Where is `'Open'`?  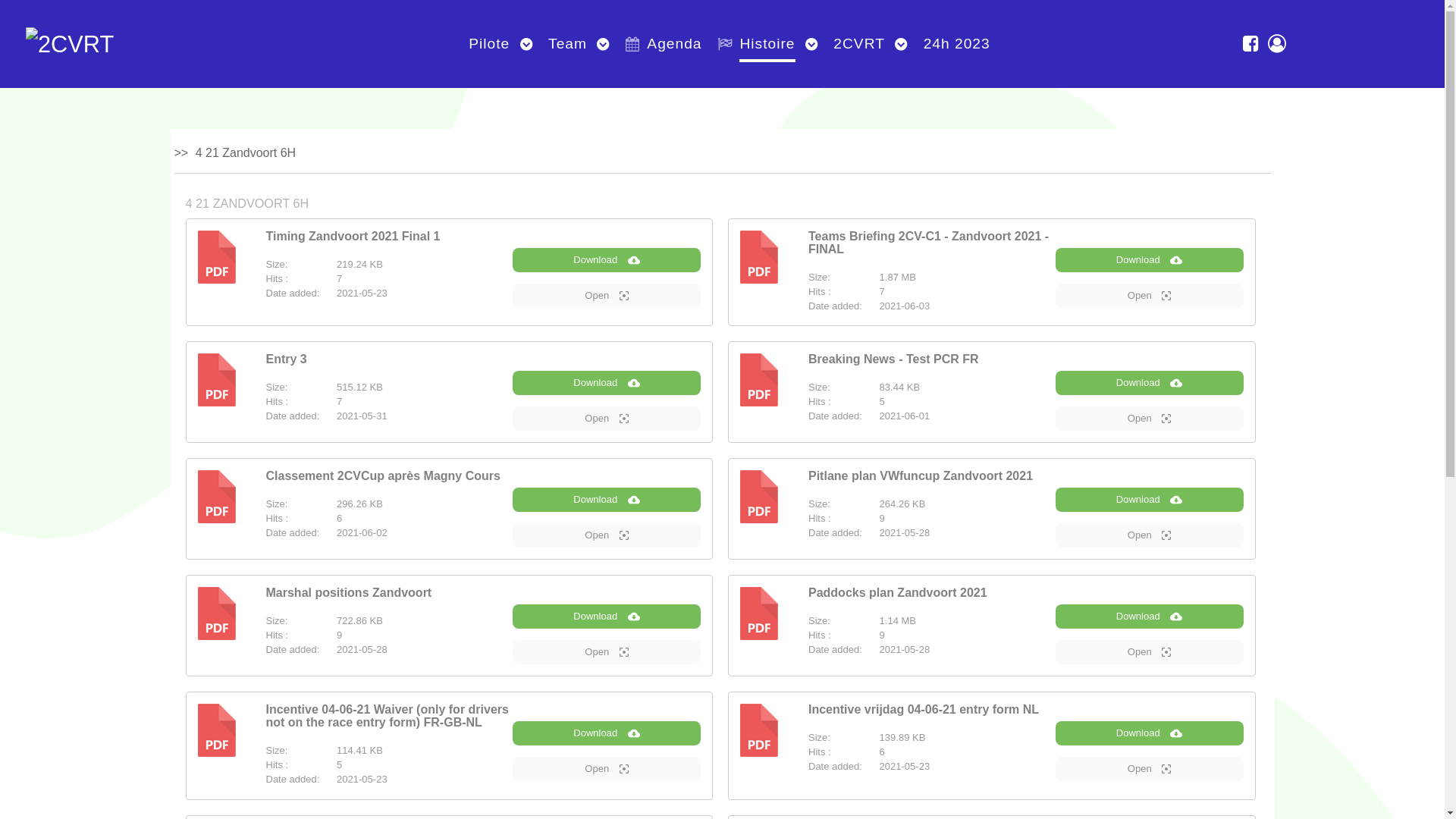 'Open' is located at coordinates (513, 769).